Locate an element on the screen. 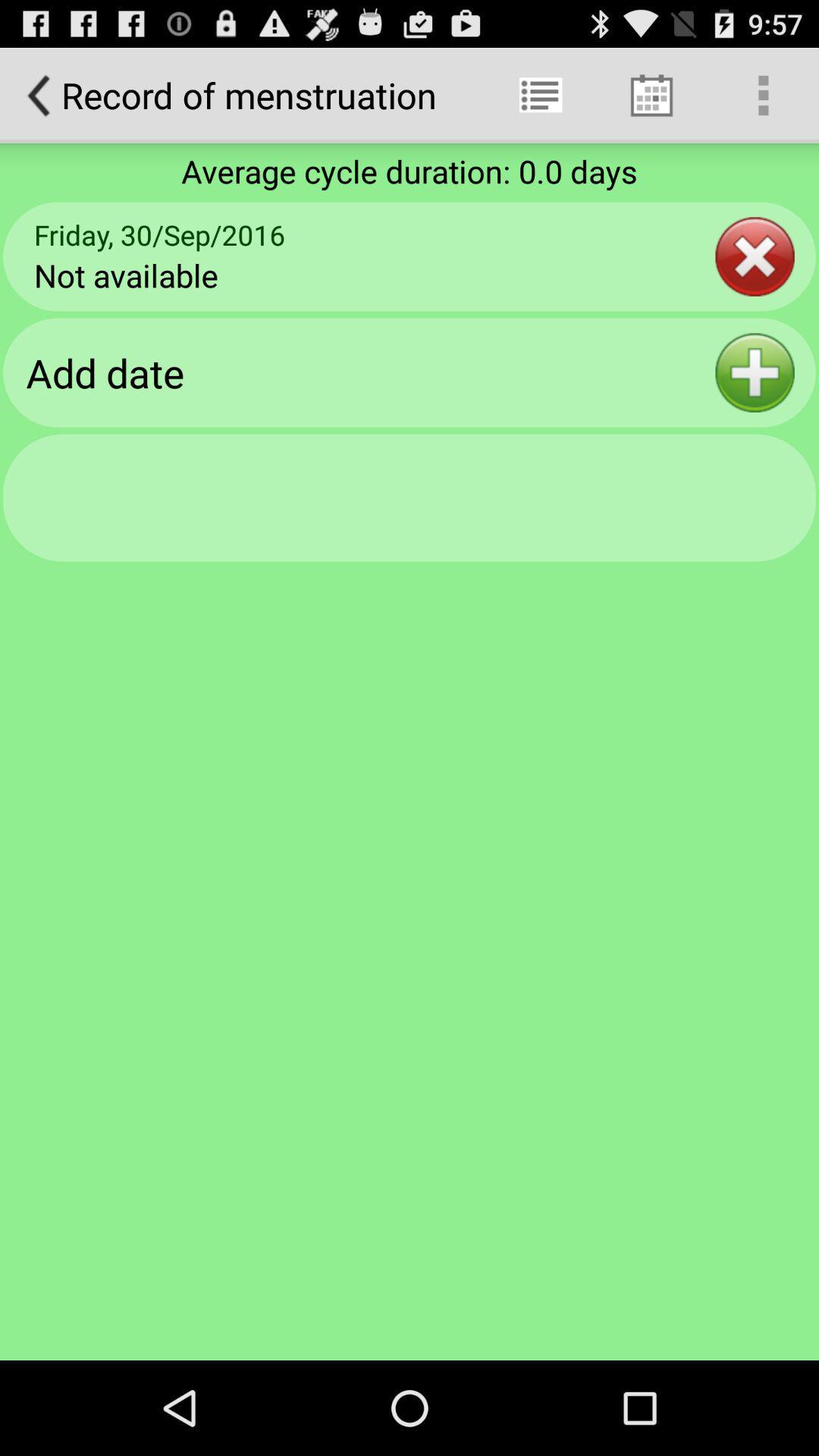  date is located at coordinates (755, 372).